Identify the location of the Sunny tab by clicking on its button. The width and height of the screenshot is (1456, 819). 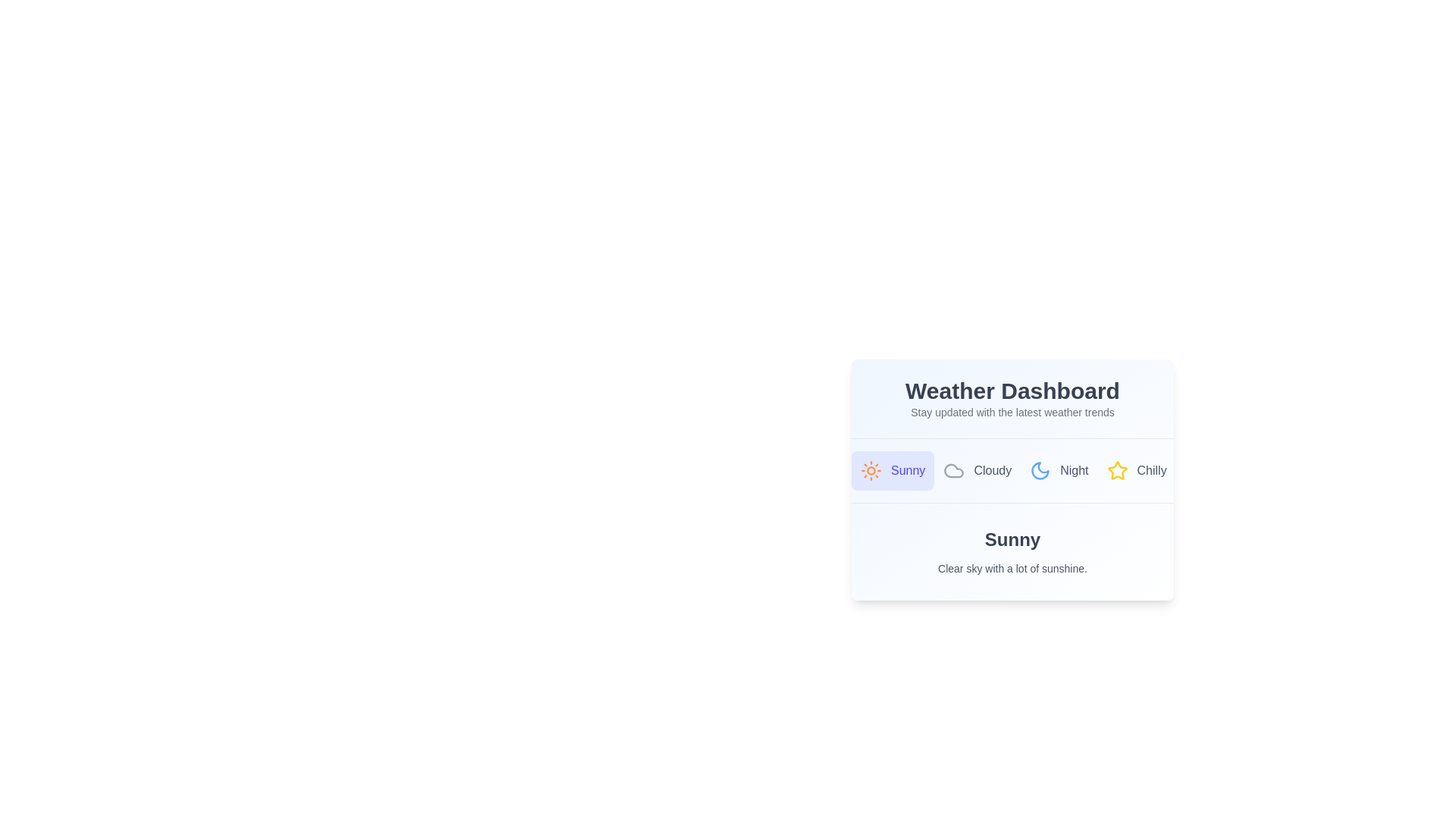
(893, 470).